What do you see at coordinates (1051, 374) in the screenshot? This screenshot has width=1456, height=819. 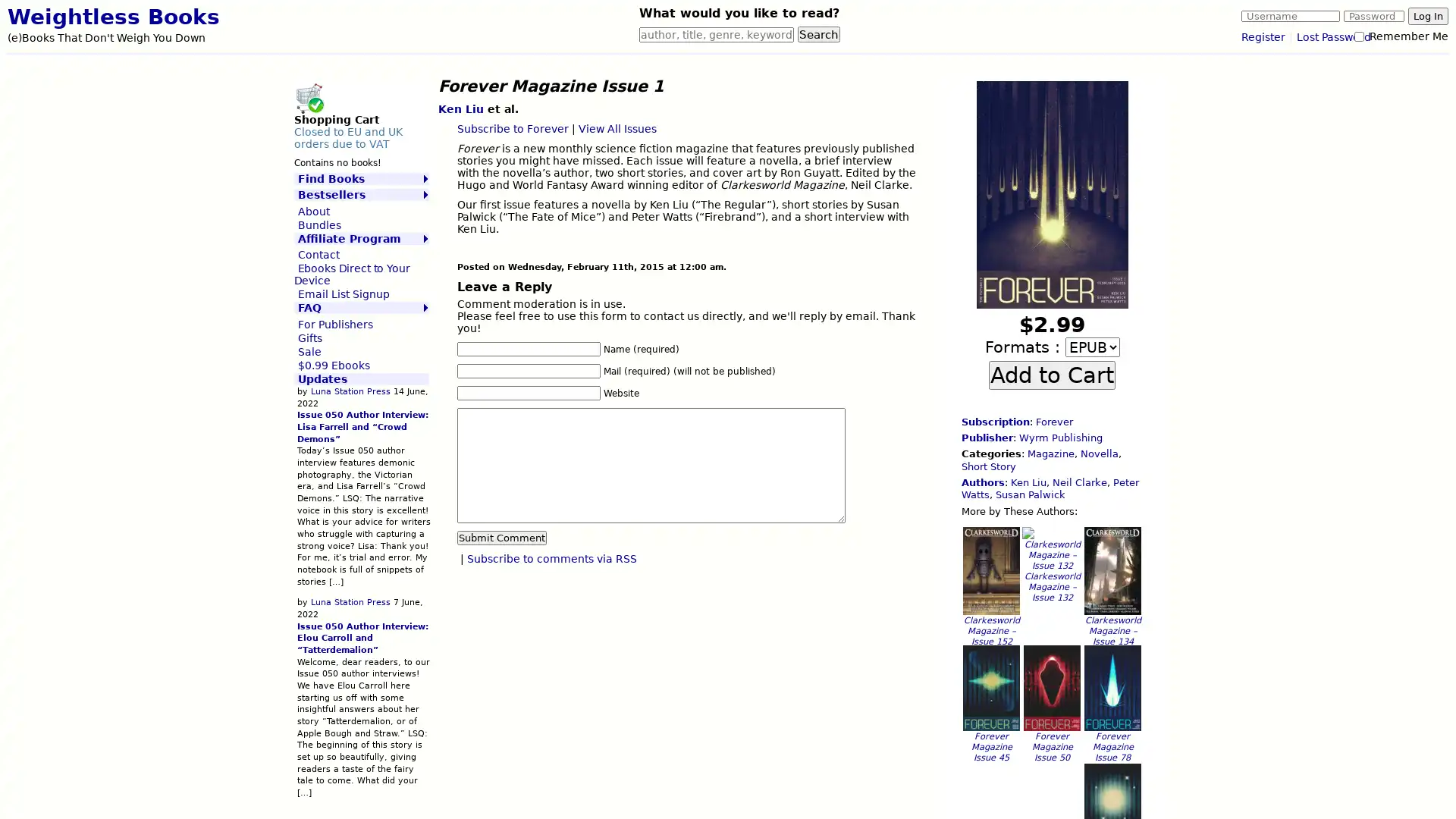 I see `Add to Cart` at bounding box center [1051, 374].